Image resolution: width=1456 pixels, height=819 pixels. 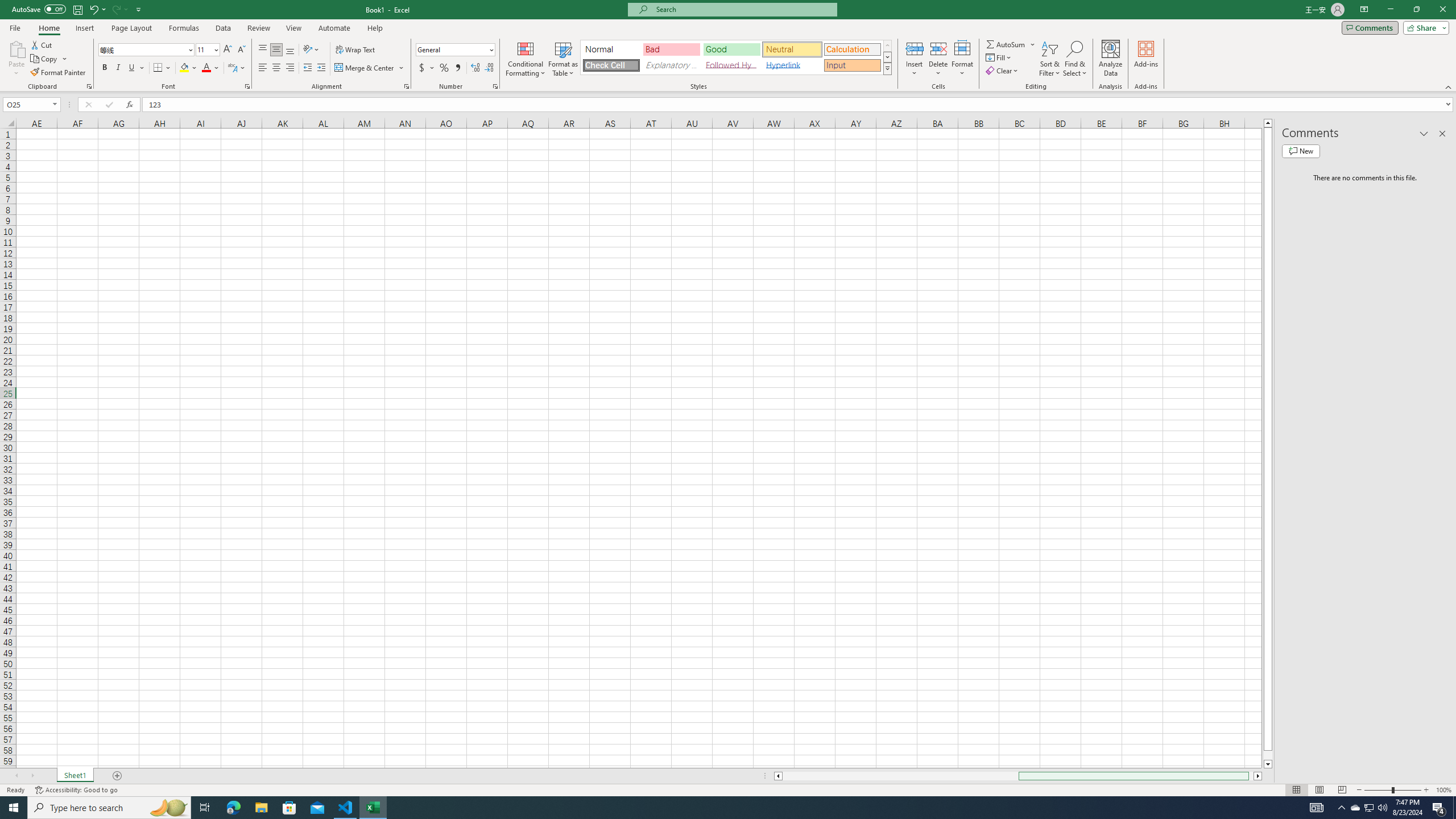 What do you see at coordinates (443, 67) in the screenshot?
I see `'Percent Style'` at bounding box center [443, 67].